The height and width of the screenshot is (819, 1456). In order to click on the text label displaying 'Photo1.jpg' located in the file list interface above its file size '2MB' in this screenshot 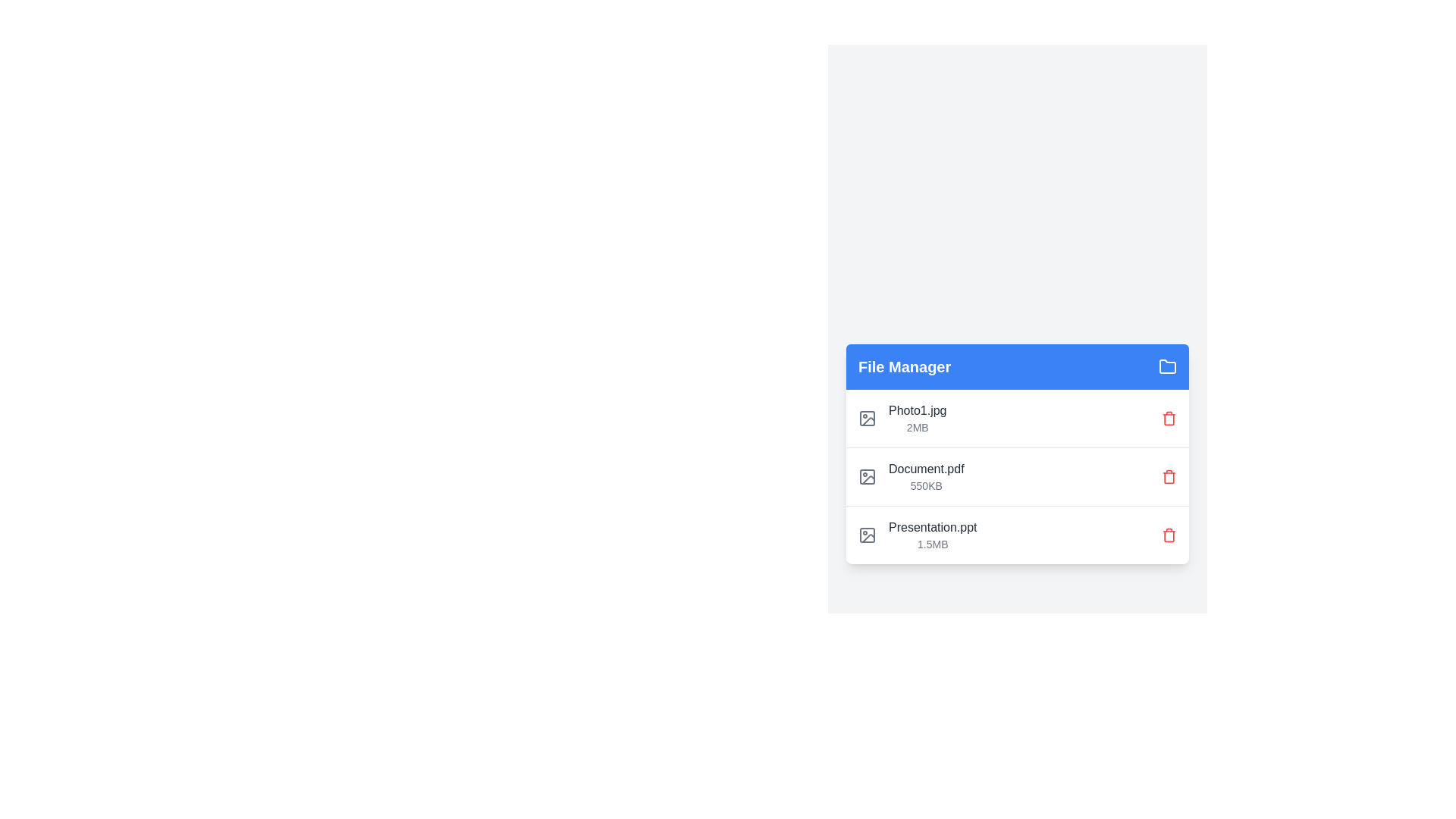, I will do `click(917, 411)`.